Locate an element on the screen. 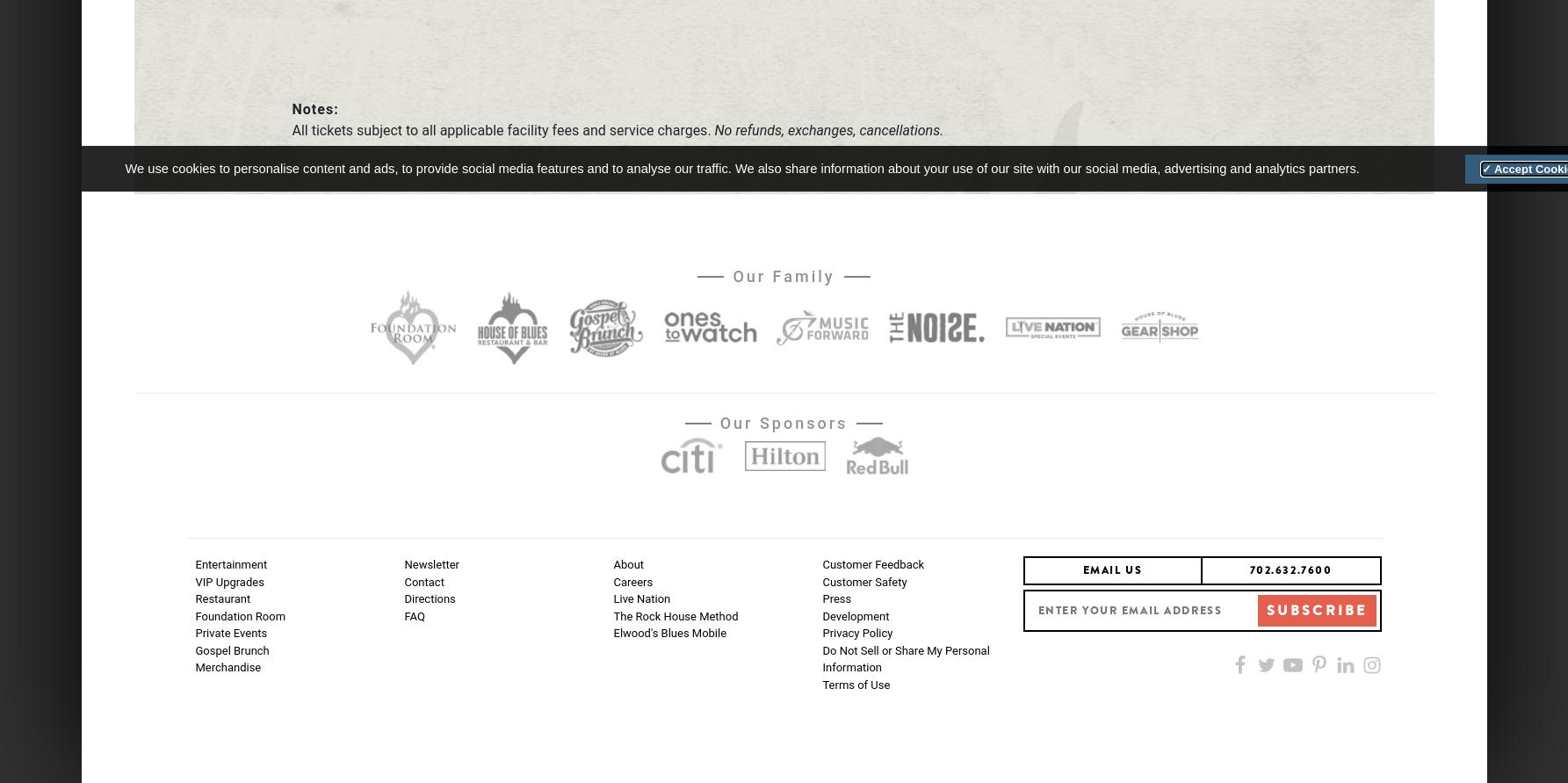 Image resolution: width=1568 pixels, height=783 pixels. 'Development' is located at coordinates (855, 614).